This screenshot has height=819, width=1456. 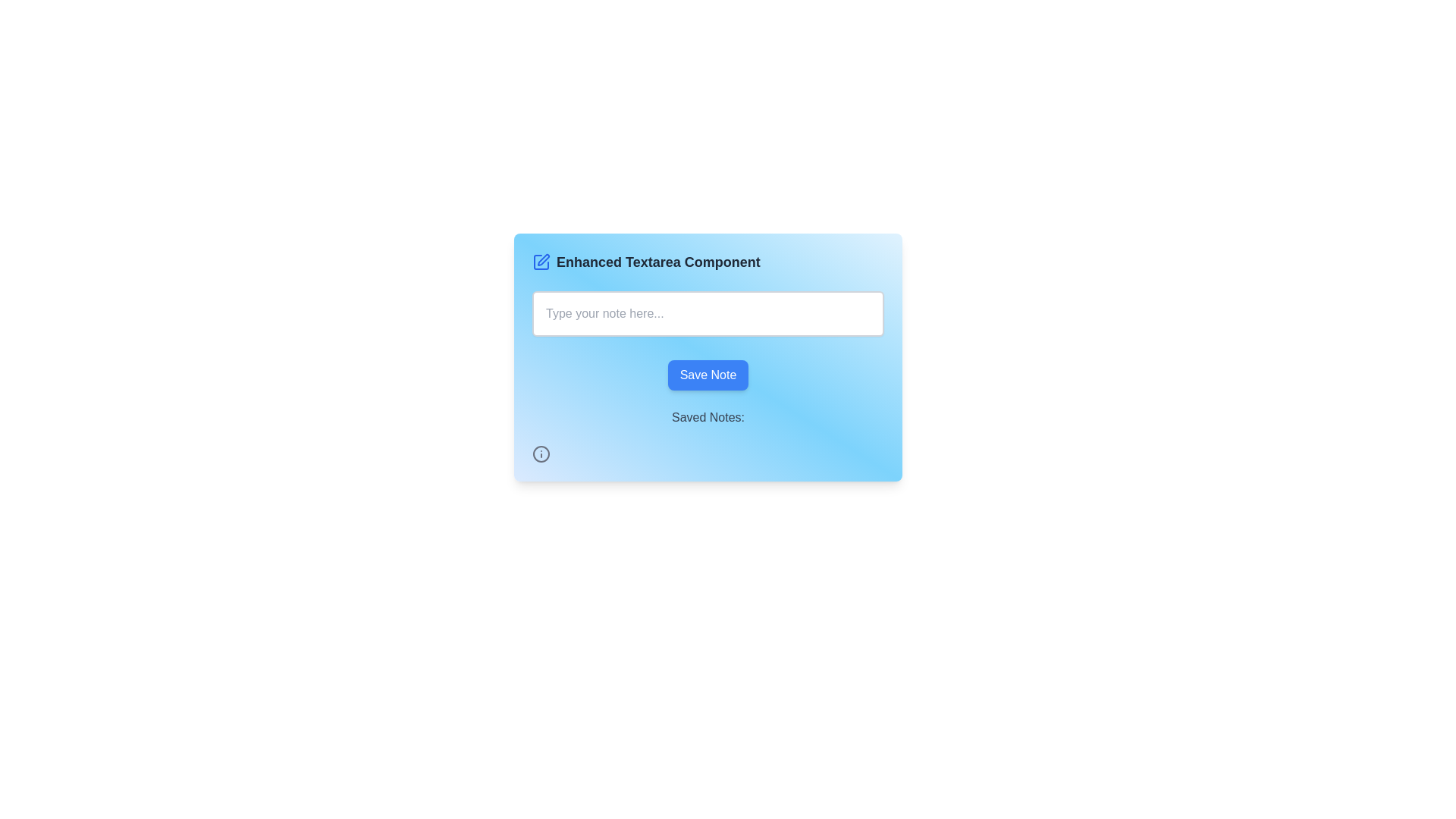 What do you see at coordinates (541, 453) in the screenshot?
I see `the circular information icon with a light-gray outline located at the bottom left of the card section, below the 'Saved Notes:' text` at bounding box center [541, 453].